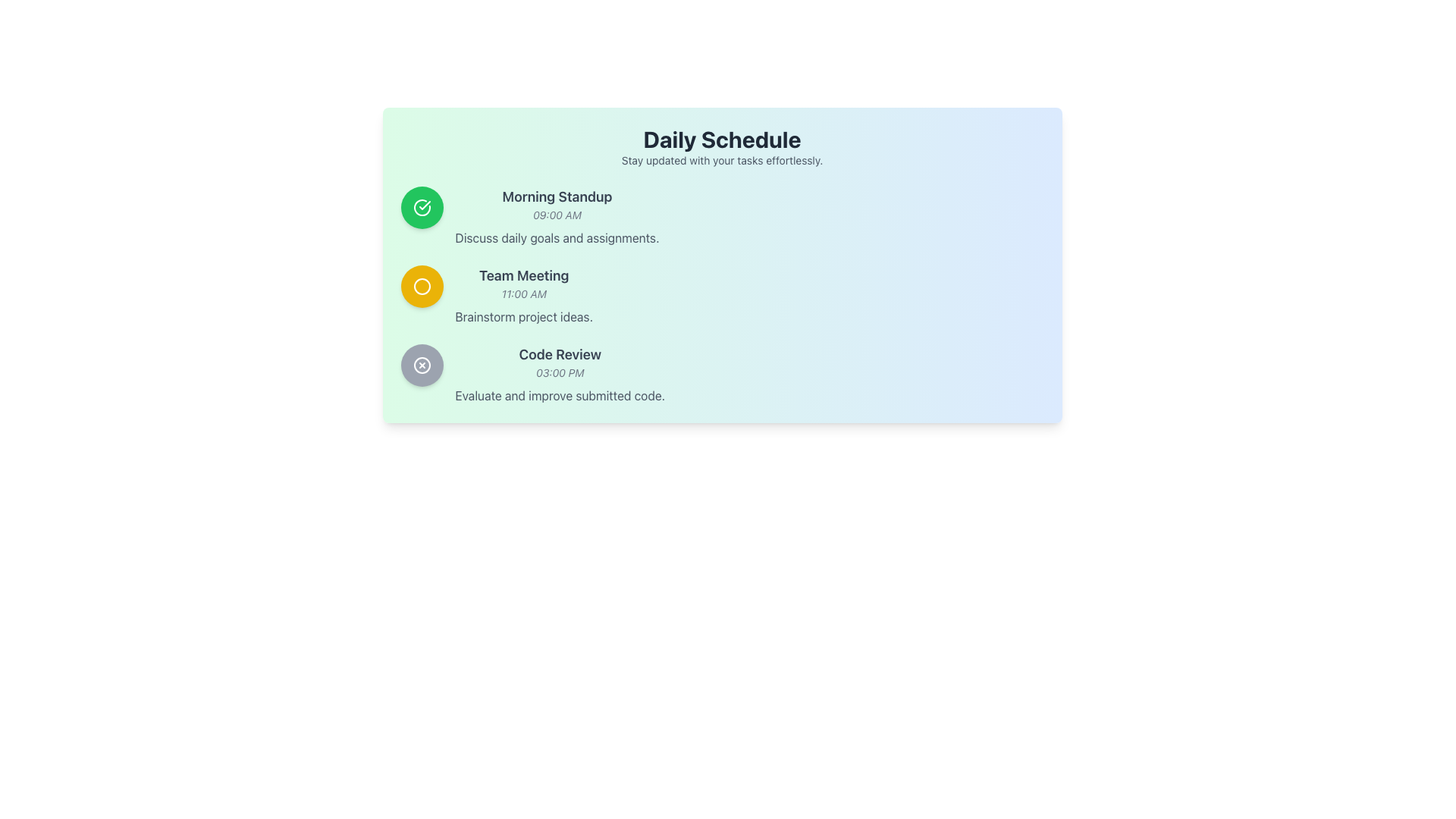 This screenshot has width=1456, height=819. What do you see at coordinates (524, 275) in the screenshot?
I see `the Text Label element containing 'Team Meeting' which is positioned above the text '11:00 AM' and 'Brainstorm project ideas'` at bounding box center [524, 275].